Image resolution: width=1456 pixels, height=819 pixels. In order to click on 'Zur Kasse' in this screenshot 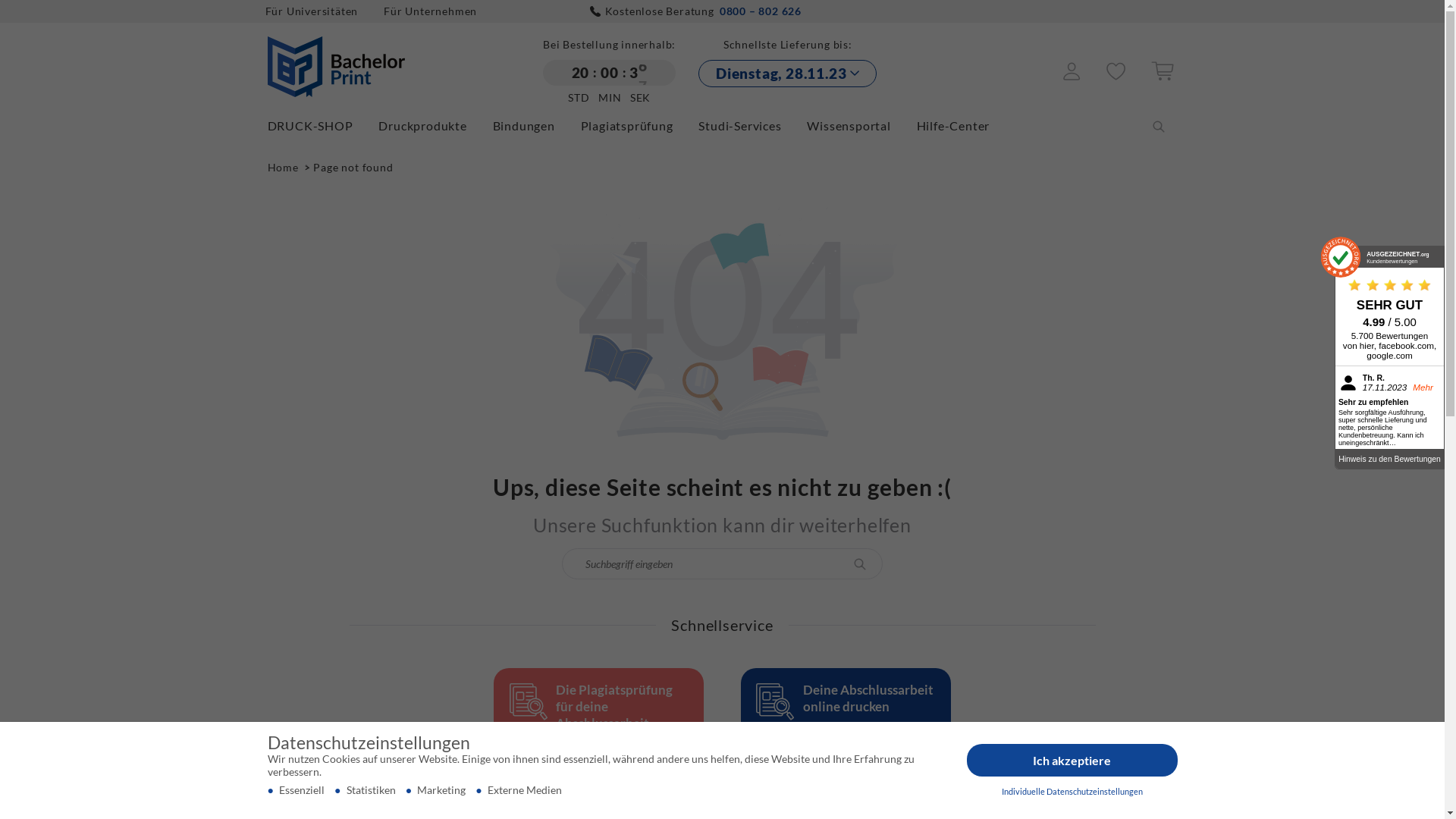, I will do `click(1150, 76)`.